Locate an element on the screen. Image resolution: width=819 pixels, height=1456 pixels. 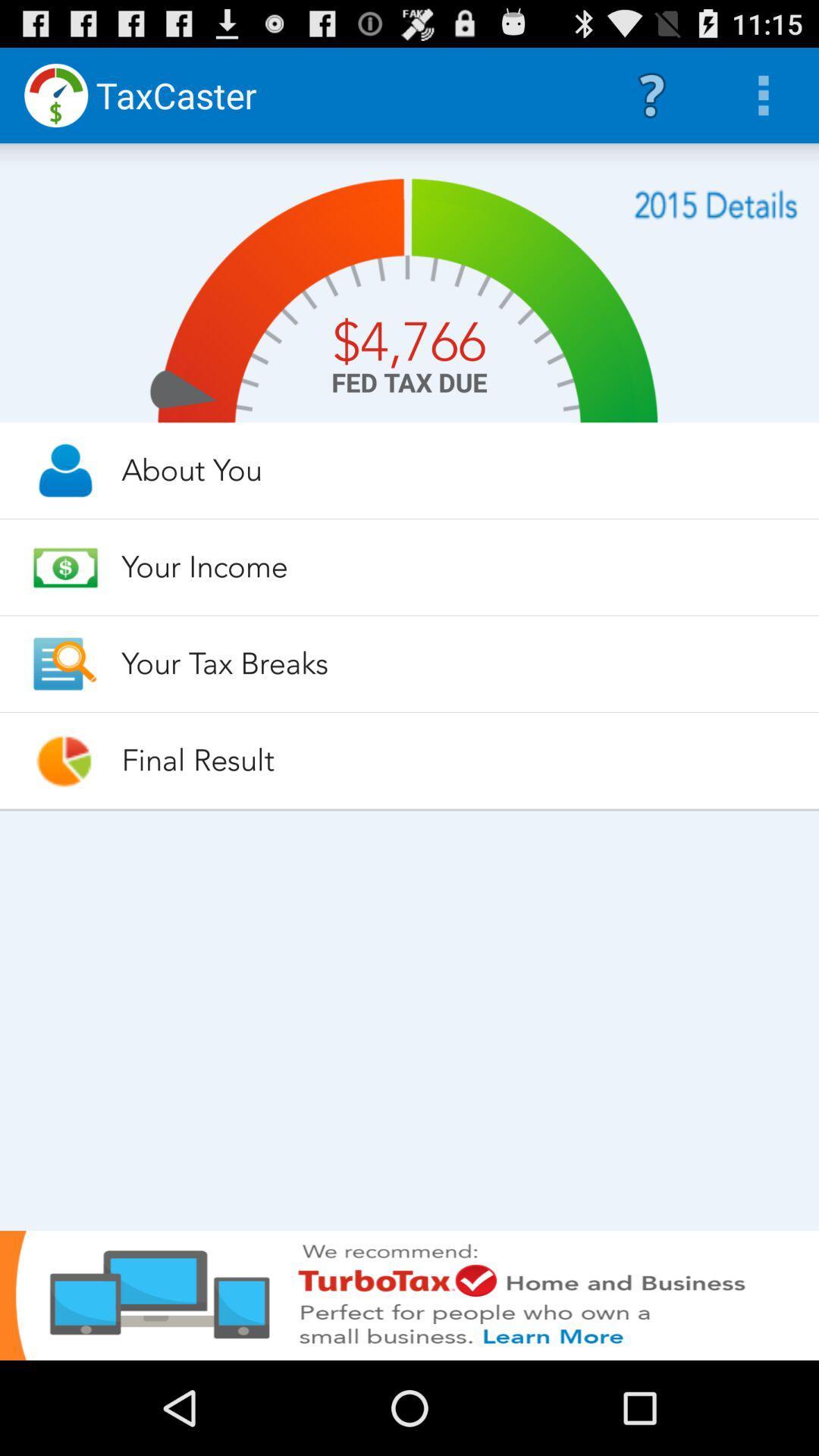
advertisement is located at coordinates (409, 1294).